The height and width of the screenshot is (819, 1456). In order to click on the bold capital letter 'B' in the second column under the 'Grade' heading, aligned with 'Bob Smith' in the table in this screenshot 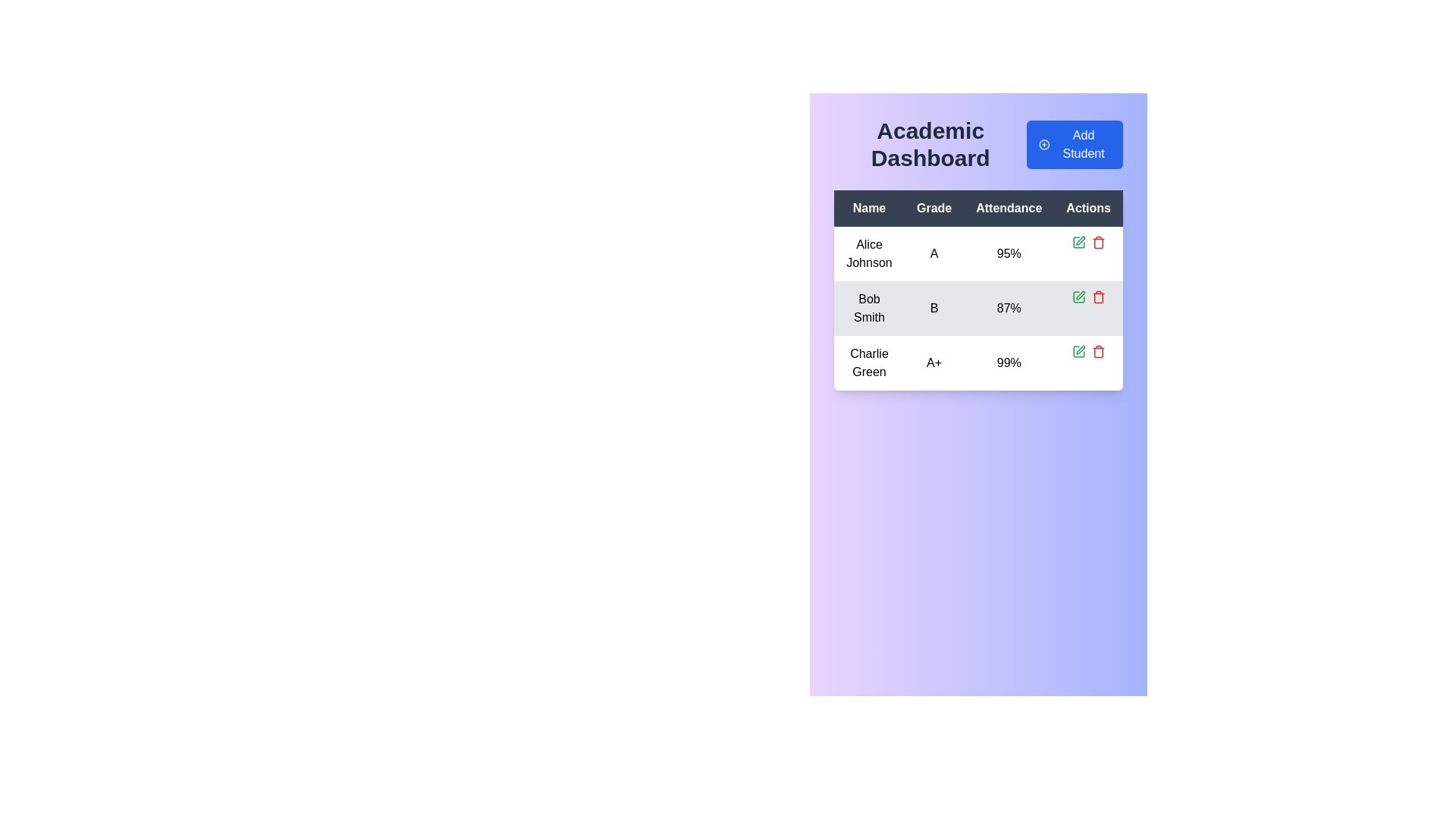, I will do `click(934, 308)`.